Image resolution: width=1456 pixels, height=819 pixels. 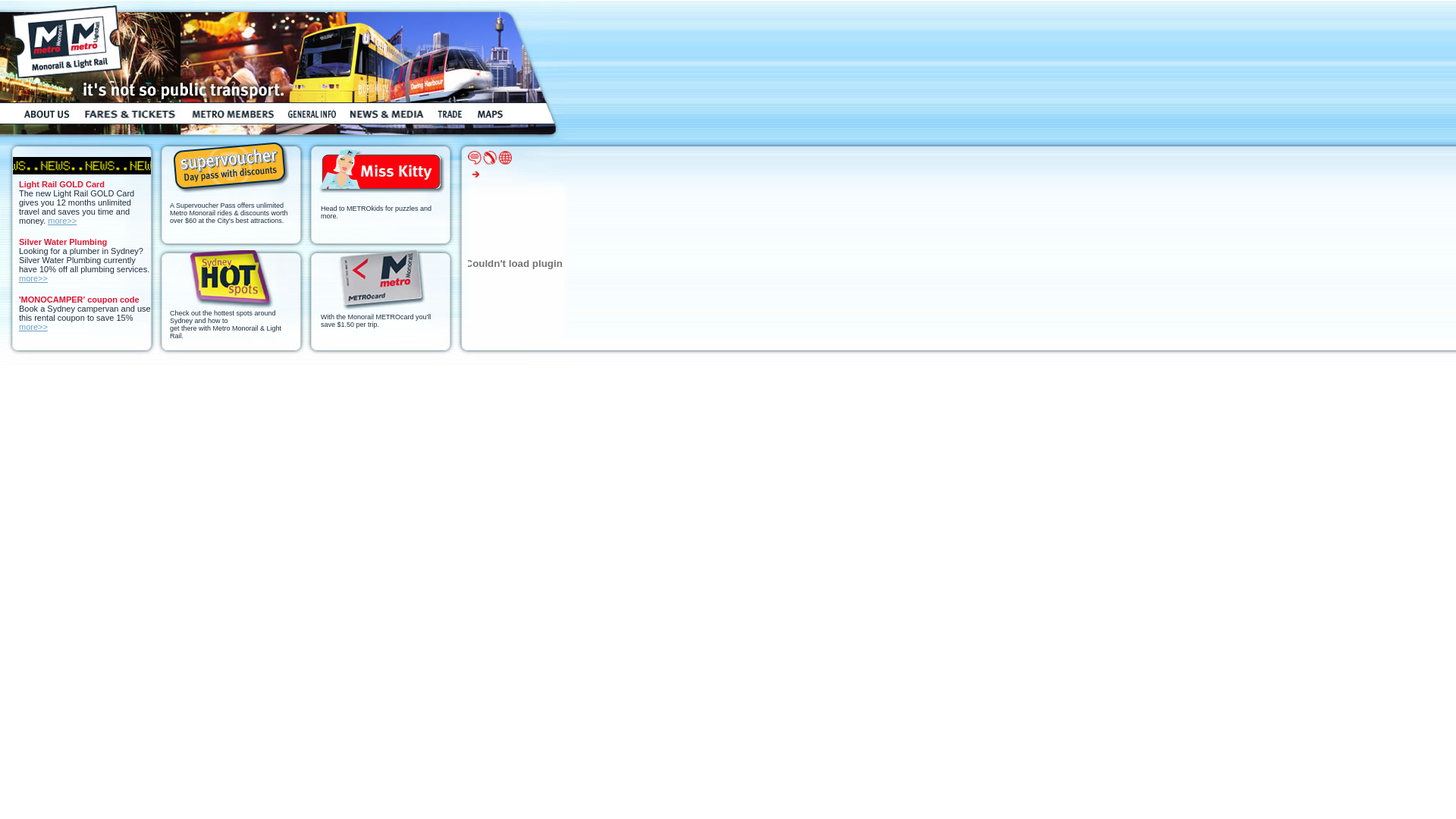 I want to click on 'campervan', so click(x=97, y=308).